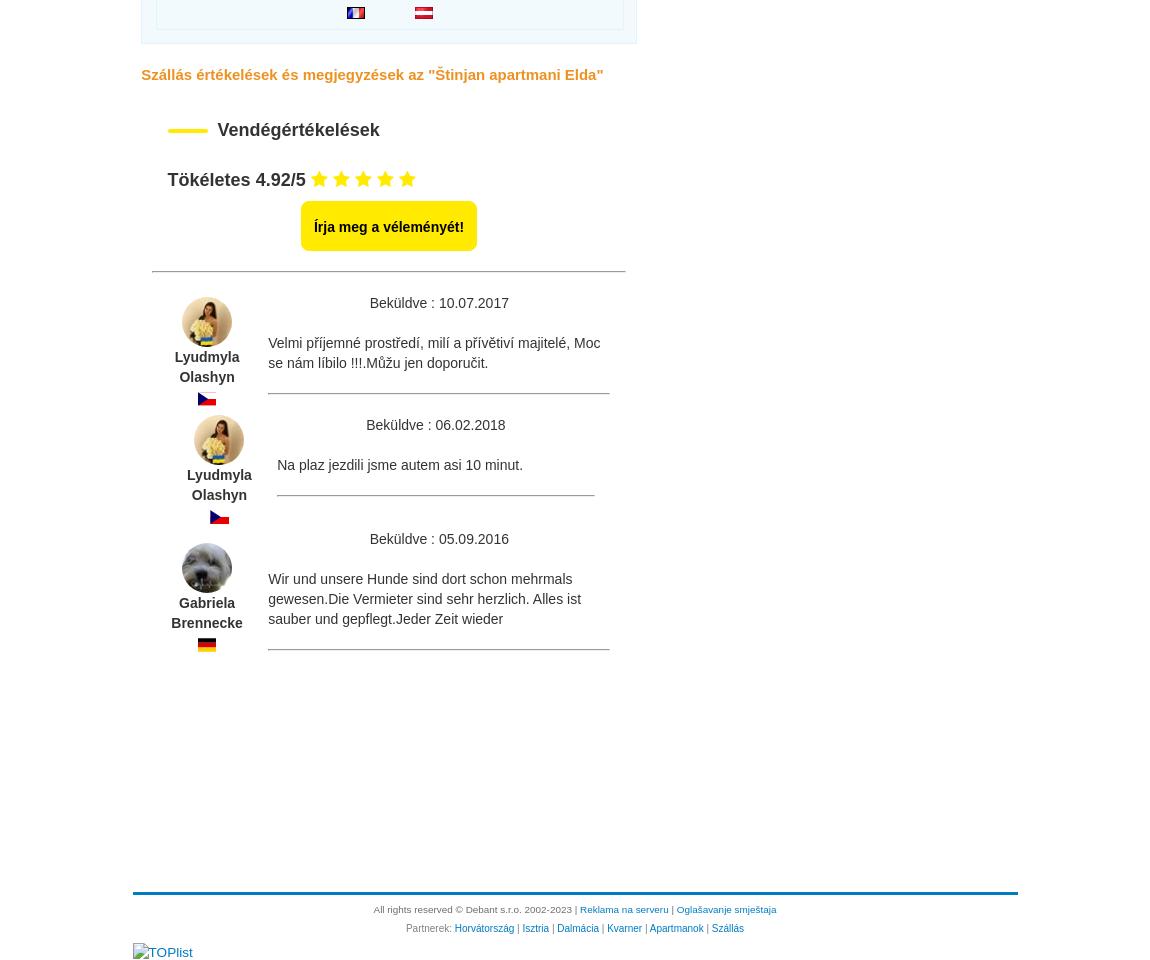 The width and height of the screenshot is (1150, 960). Describe the element at coordinates (178, 158) in the screenshot. I see `'étterem:'` at that location.